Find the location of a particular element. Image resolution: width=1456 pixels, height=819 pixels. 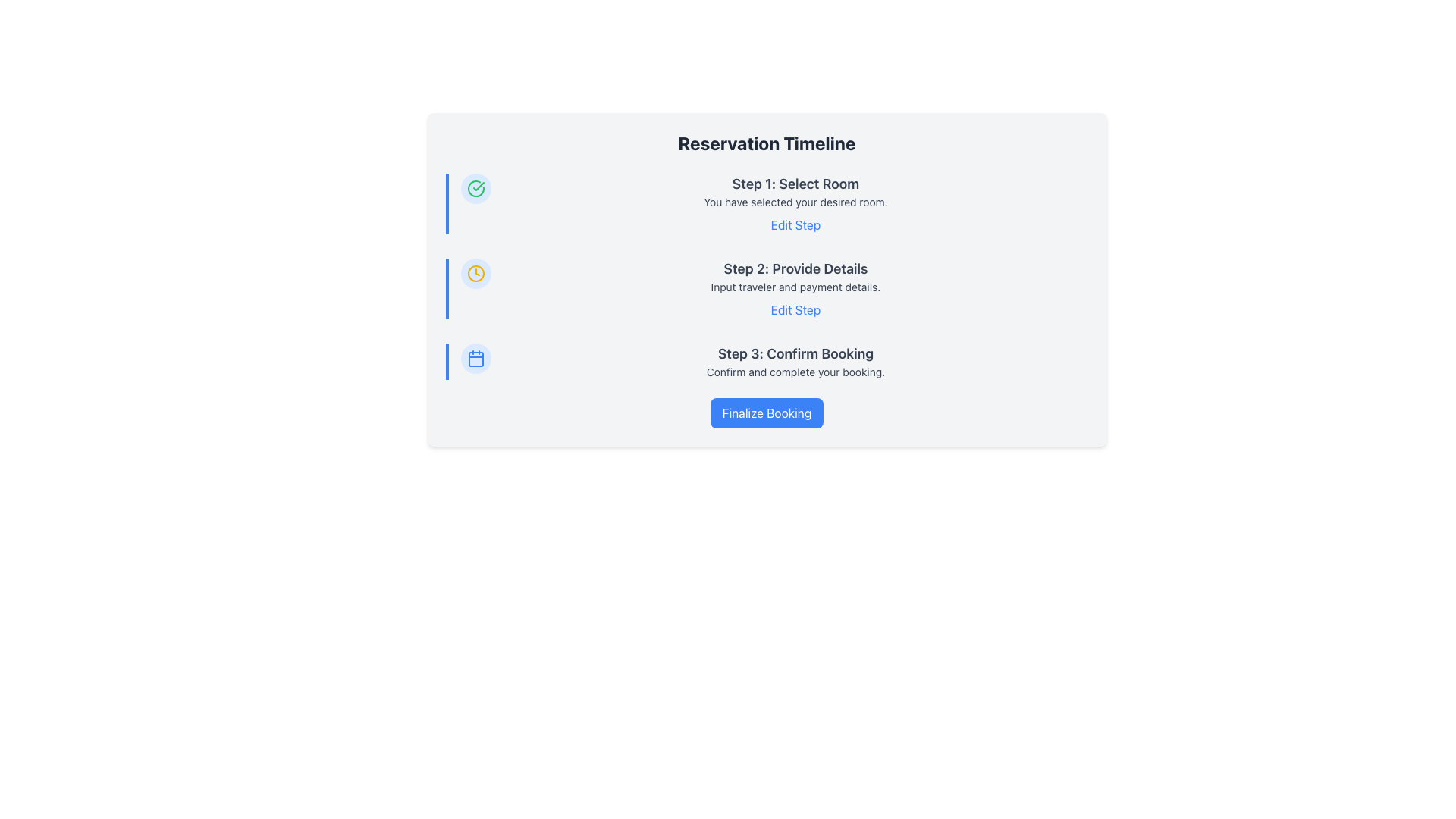

the clock icon with a yellow outline and clock hands, which is the second icon in a vertical sequence of three, located in the left panel next to the 'Step 2: Provide Details' section is located at coordinates (475, 274).